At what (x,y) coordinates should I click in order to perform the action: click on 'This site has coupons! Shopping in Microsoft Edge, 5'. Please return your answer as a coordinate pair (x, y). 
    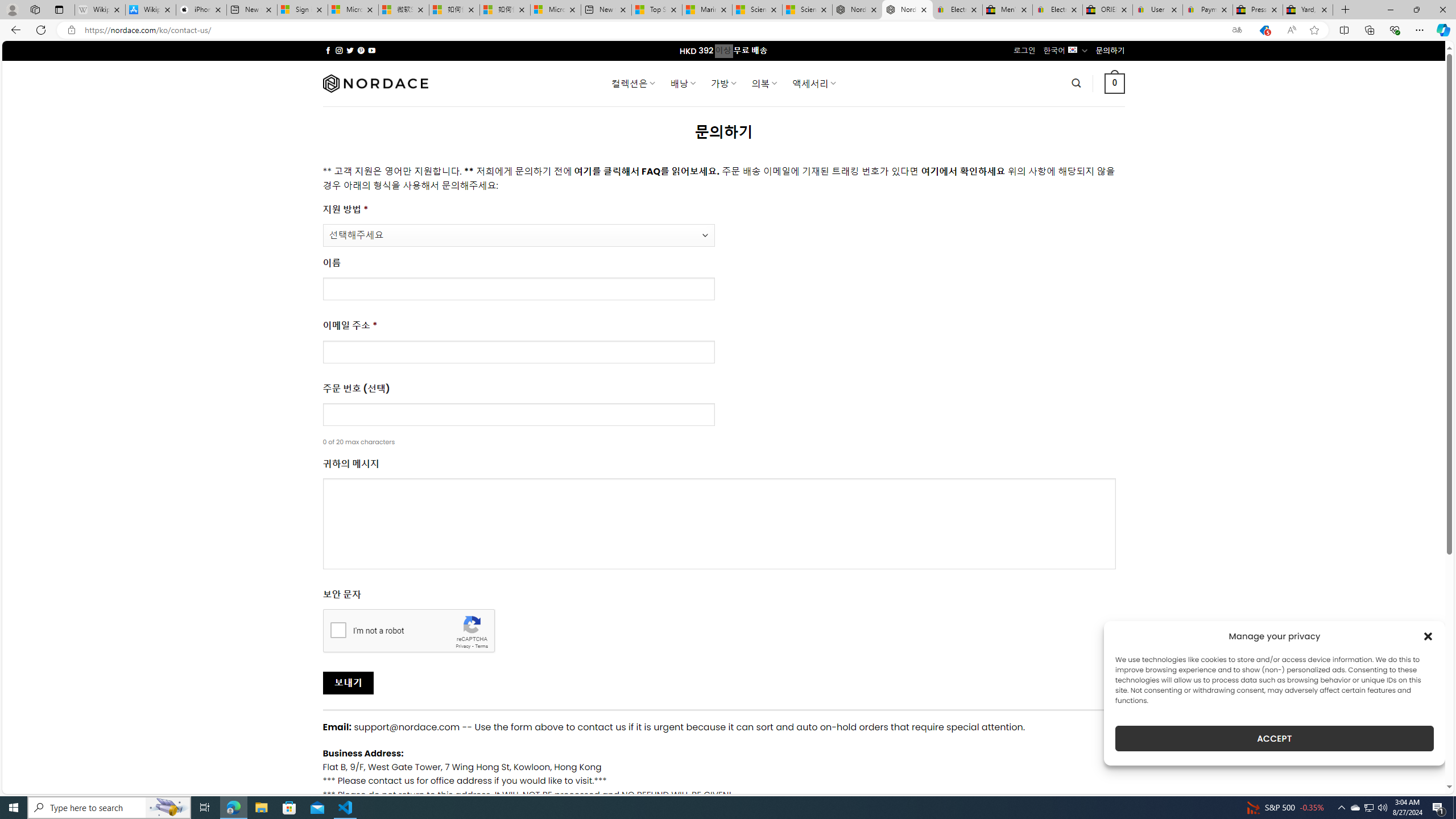
    Looking at the image, I should click on (1263, 30).